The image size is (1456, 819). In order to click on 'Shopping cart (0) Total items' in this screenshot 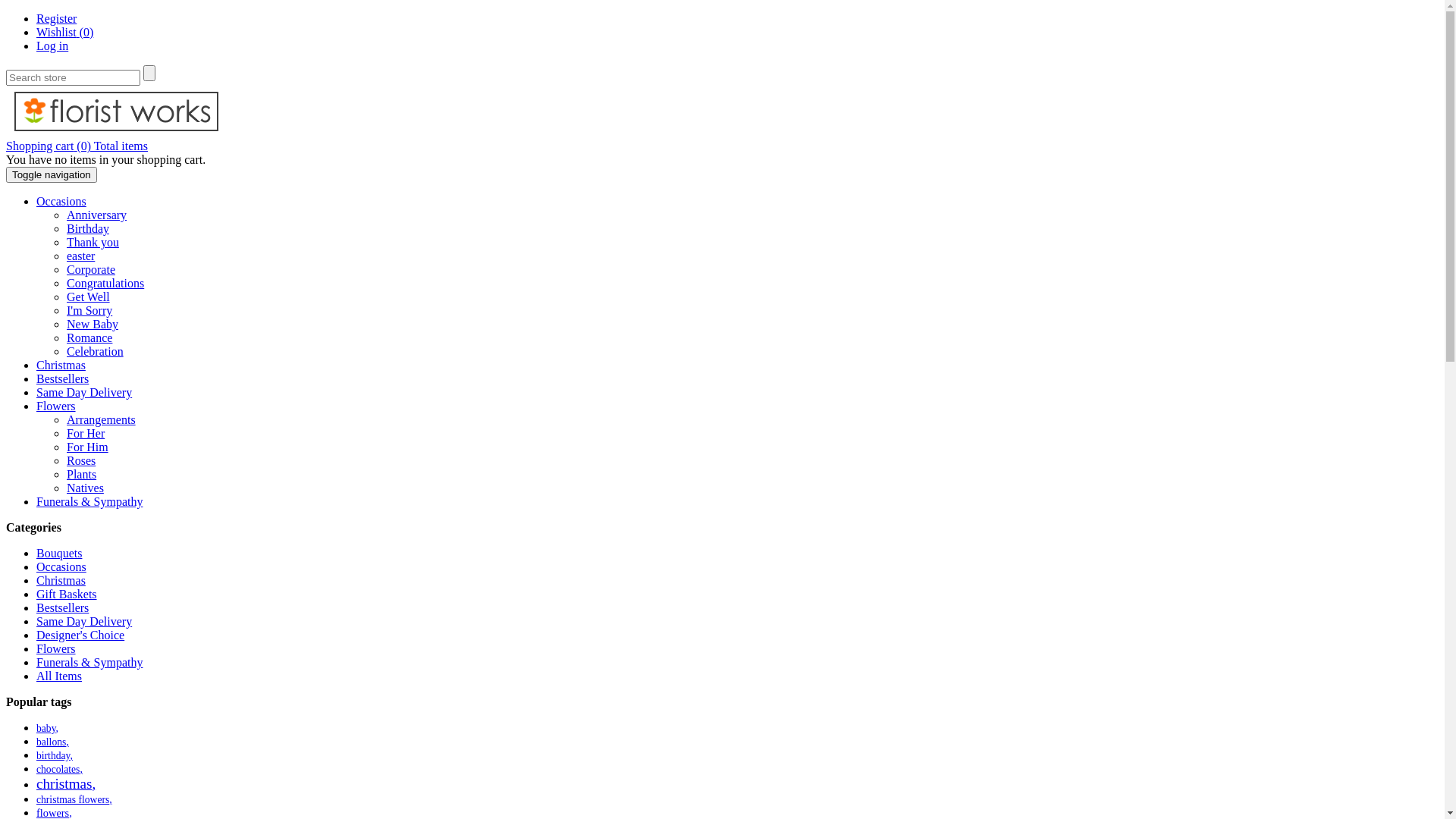, I will do `click(76, 146)`.